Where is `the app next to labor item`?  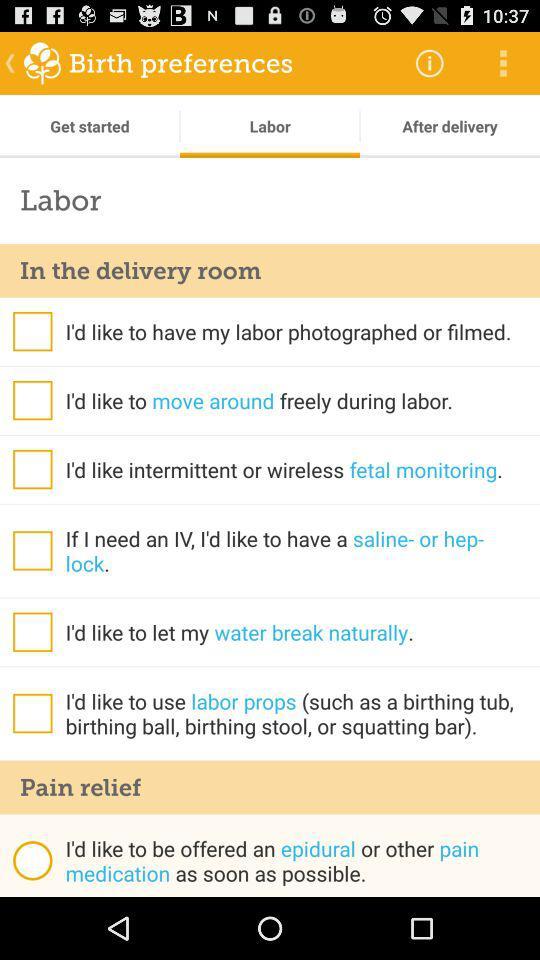
the app next to labor item is located at coordinates (89, 125).